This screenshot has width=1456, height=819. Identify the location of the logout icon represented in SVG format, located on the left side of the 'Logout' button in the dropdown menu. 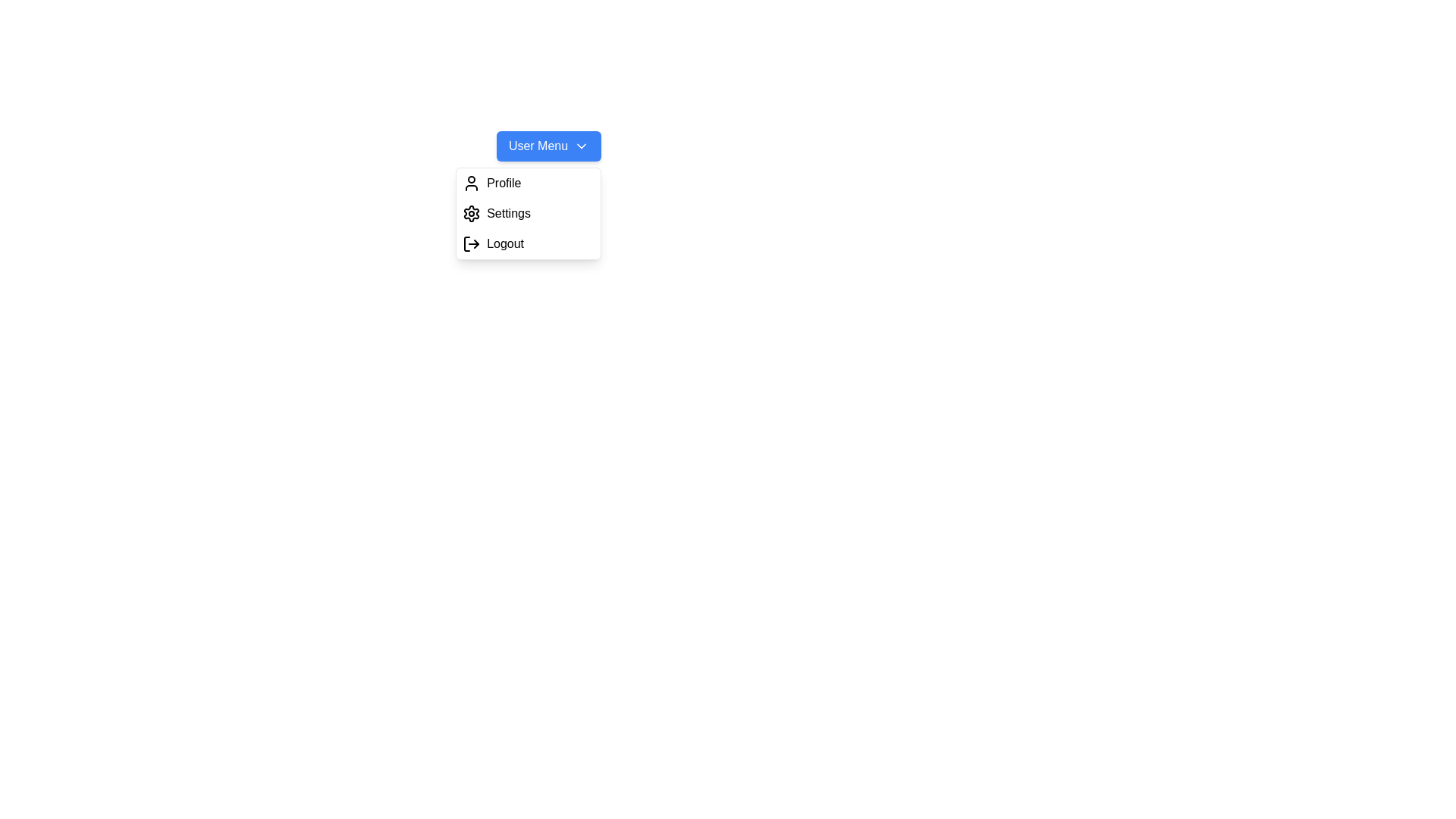
(471, 243).